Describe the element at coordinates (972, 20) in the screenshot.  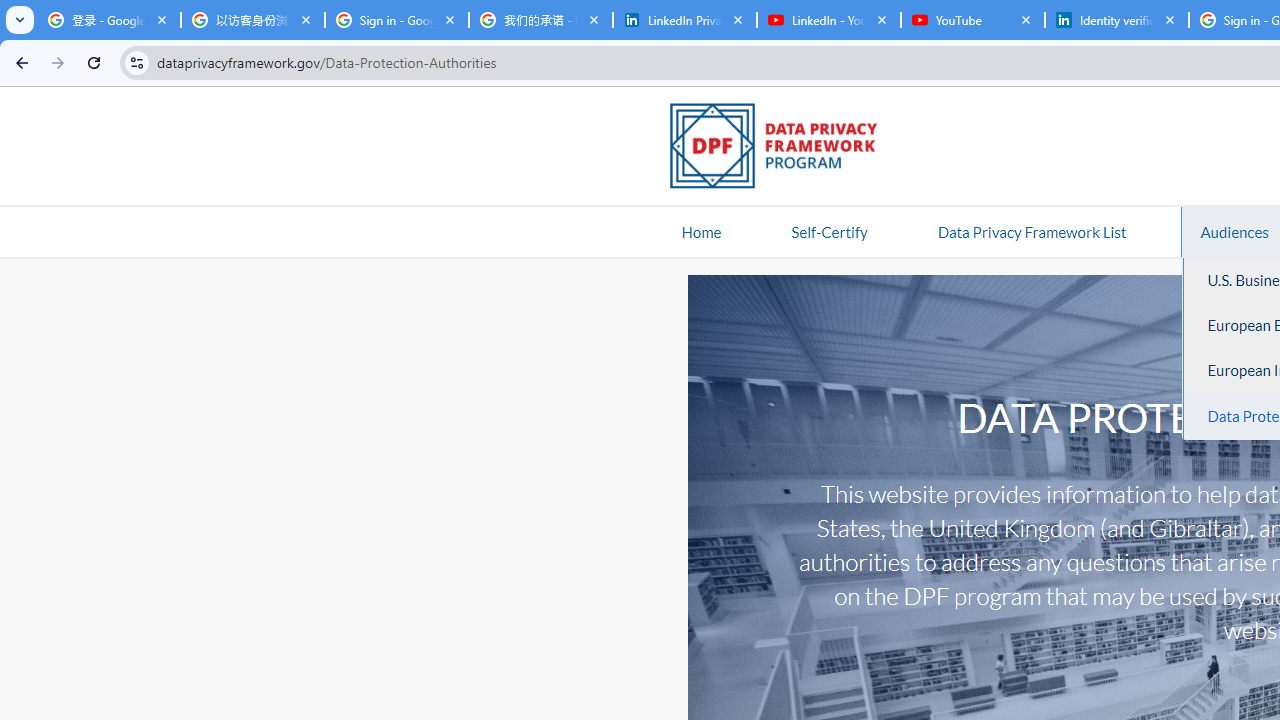
I see `'YouTube'` at that location.